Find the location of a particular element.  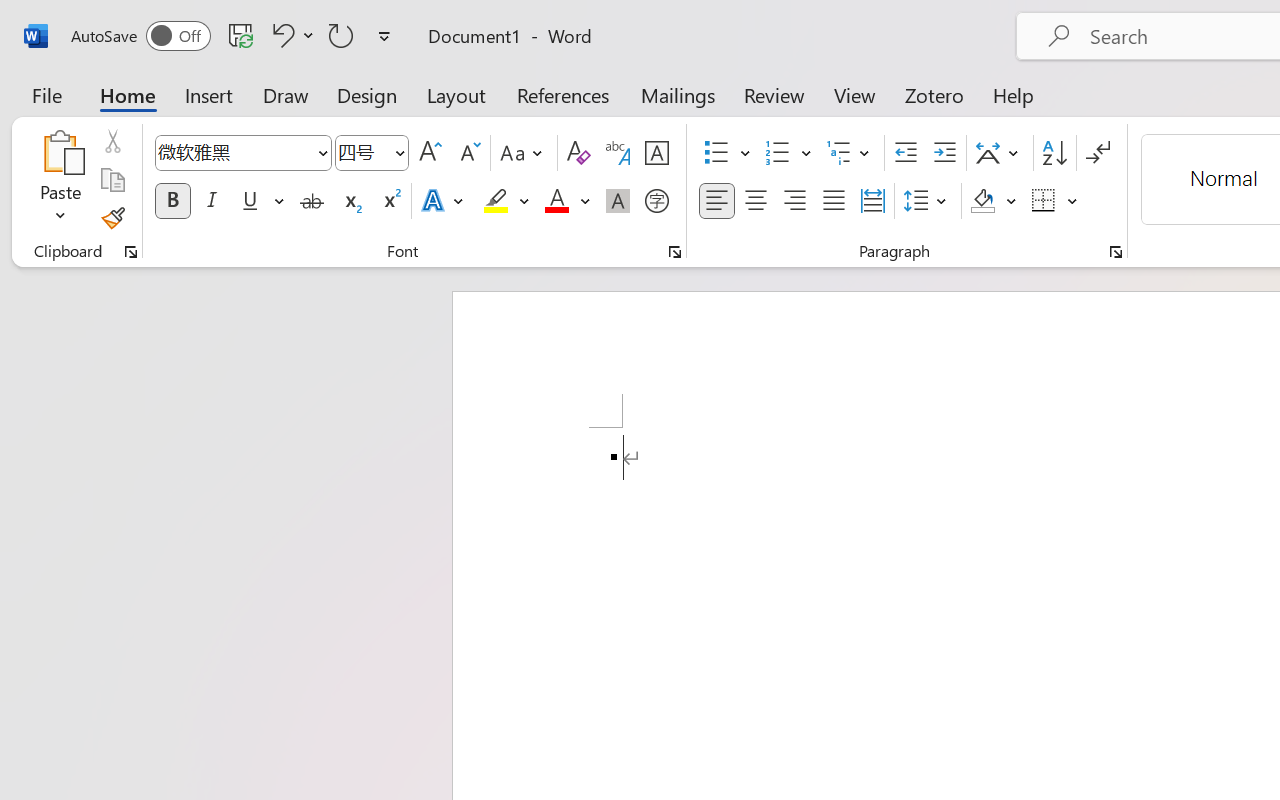

'Undo <ApplyStyleToDoc>b__0' is located at coordinates (279, 34).